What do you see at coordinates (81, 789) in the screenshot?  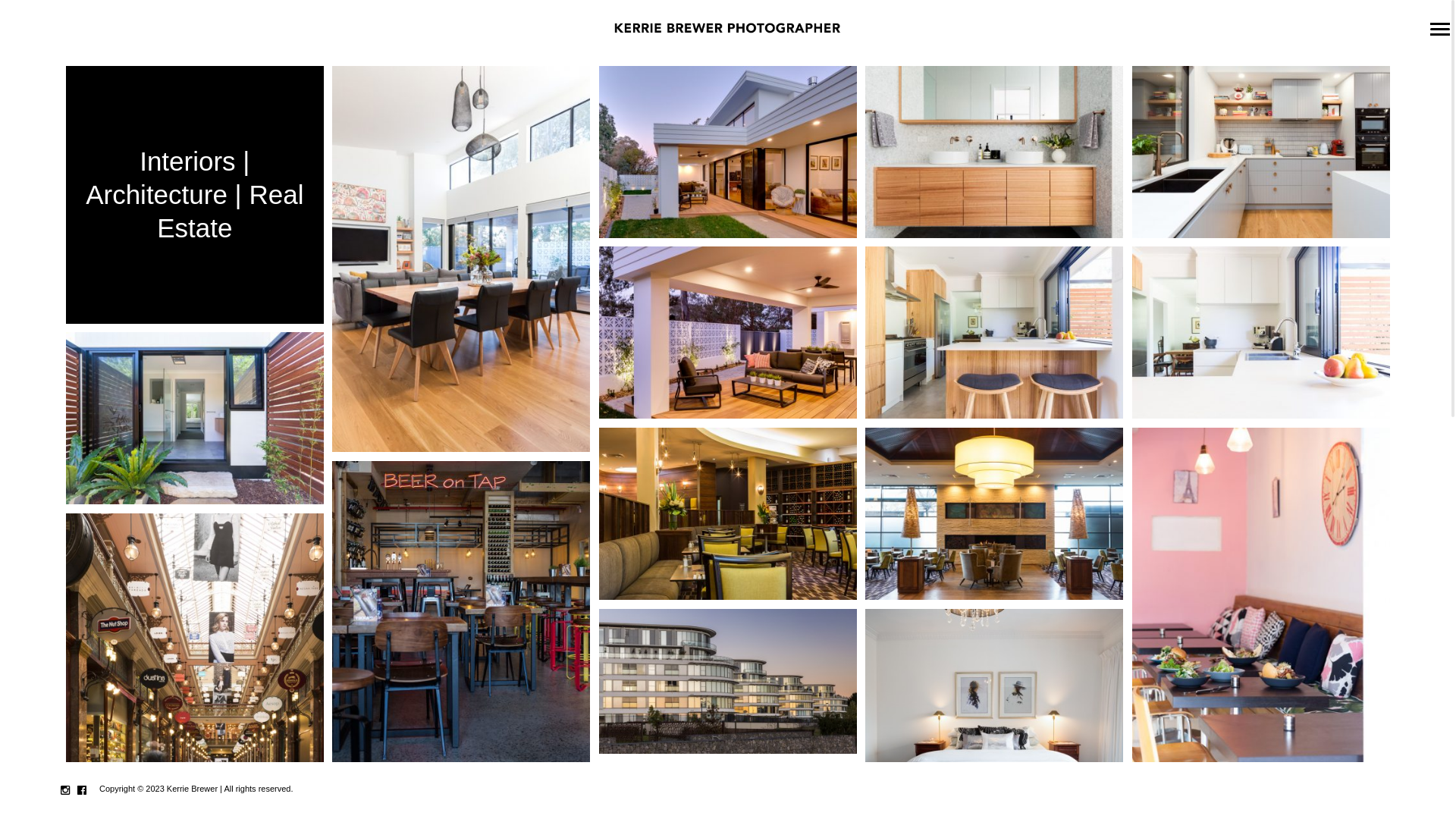 I see `'facebook'` at bounding box center [81, 789].